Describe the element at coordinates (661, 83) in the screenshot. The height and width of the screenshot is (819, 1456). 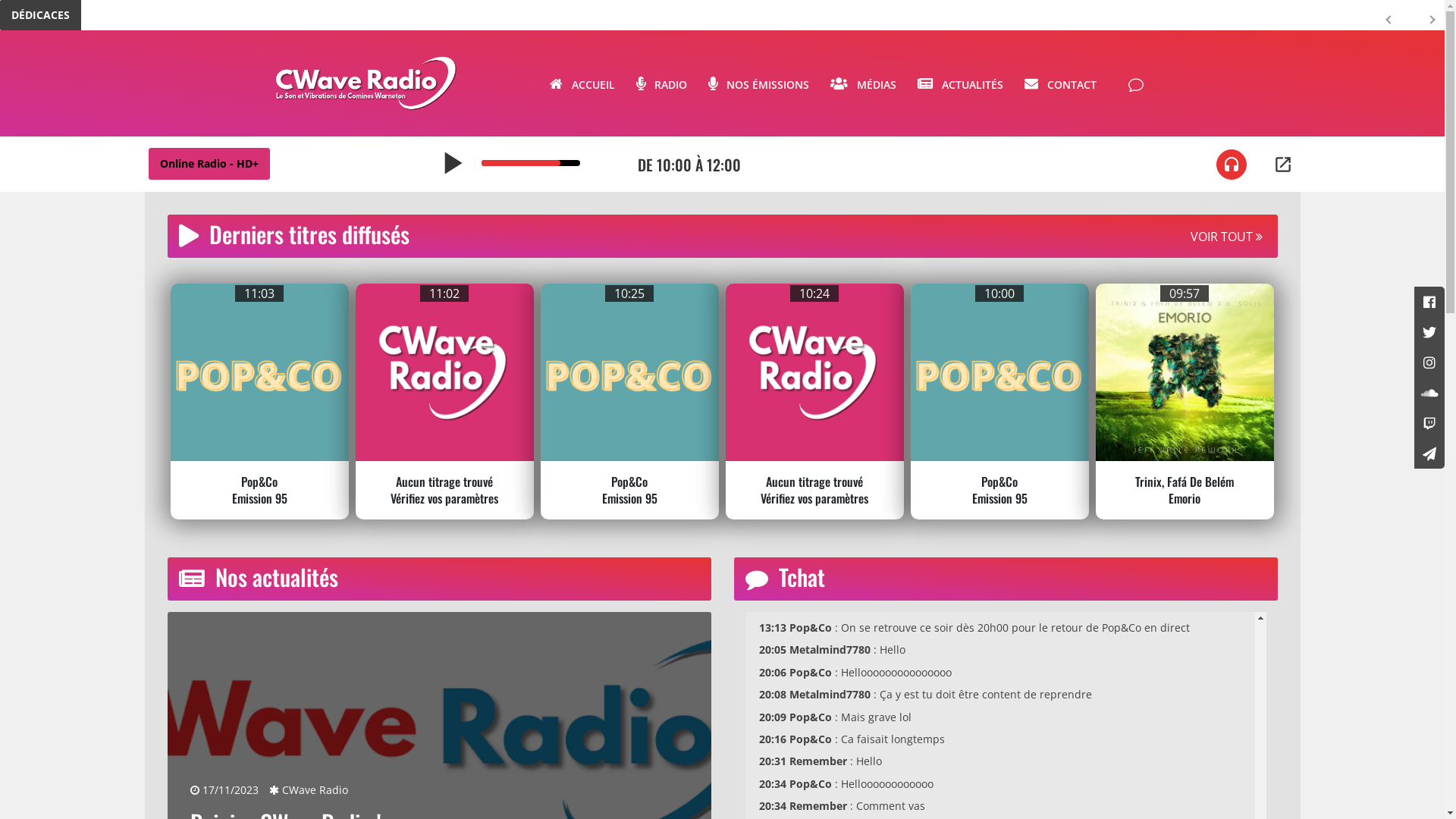
I see `'  RADIO'` at that location.